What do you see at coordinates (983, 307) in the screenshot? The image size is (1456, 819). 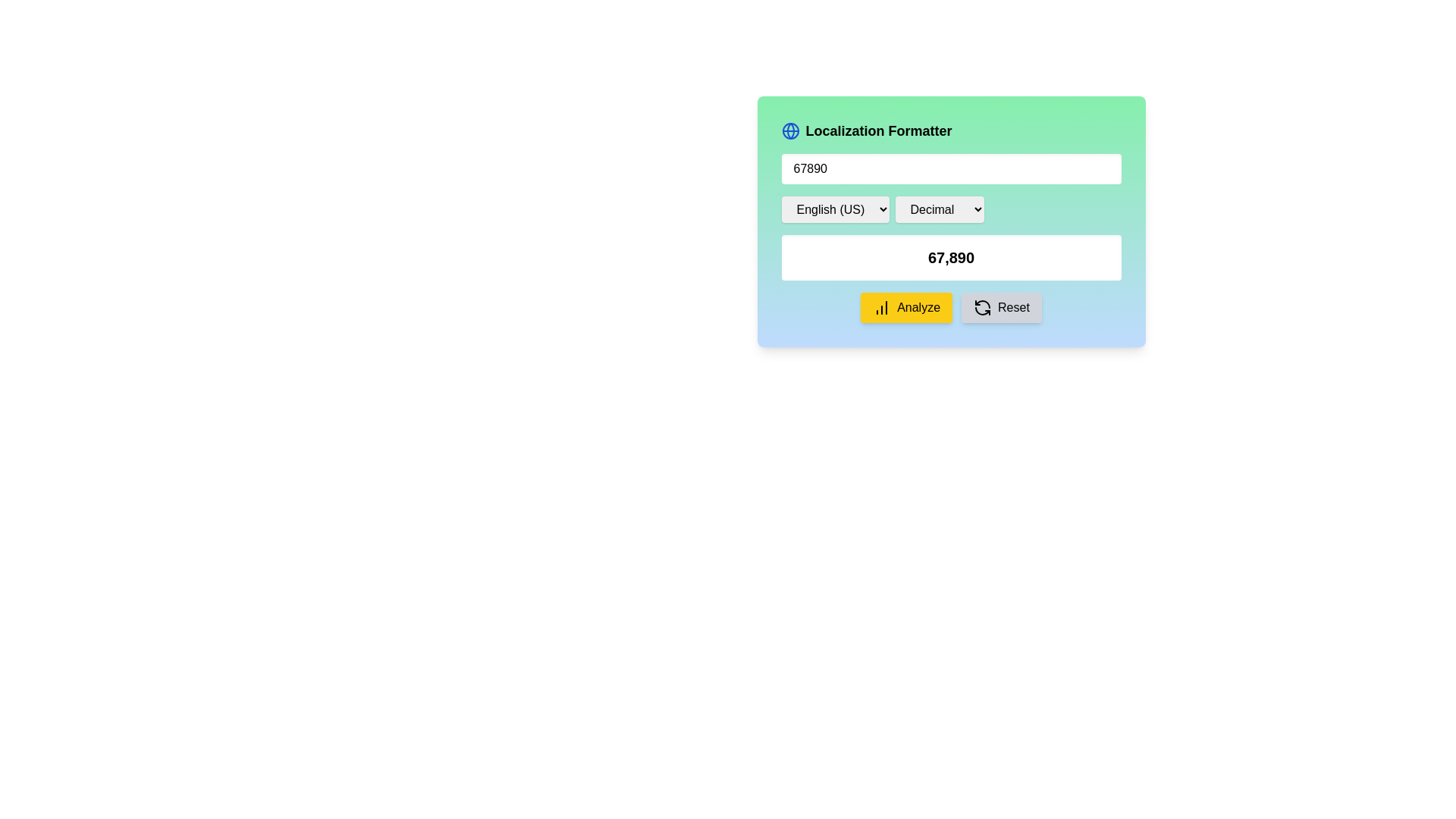 I see `the refresh icon located within the 'Reset' button in the bottom-right section of the Localization Formatter interface` at bounding box center [983, 307].